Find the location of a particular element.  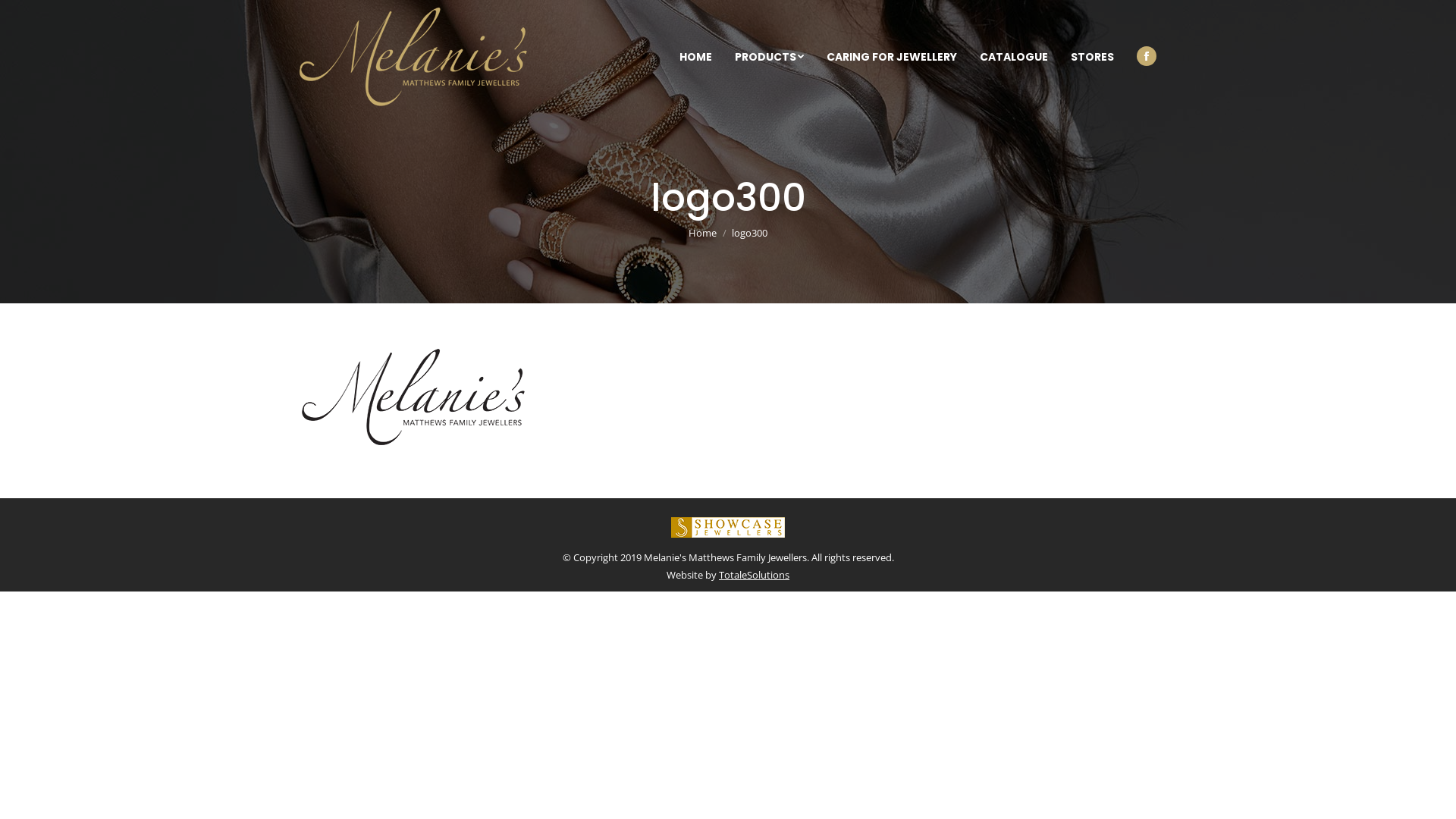

'Home' is located at coordinates (701, 233).